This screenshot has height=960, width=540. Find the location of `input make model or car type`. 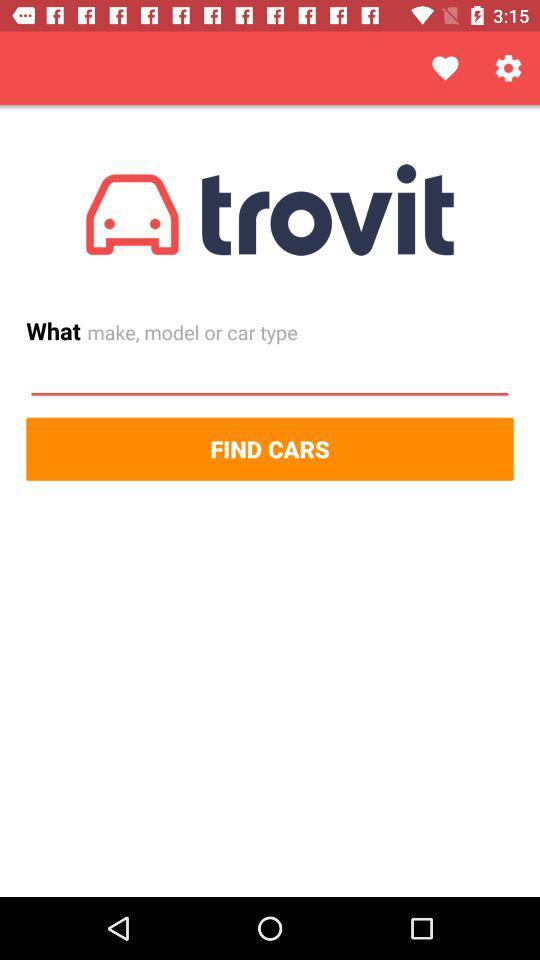

input make model or car type is located at coordinates (270, 374).